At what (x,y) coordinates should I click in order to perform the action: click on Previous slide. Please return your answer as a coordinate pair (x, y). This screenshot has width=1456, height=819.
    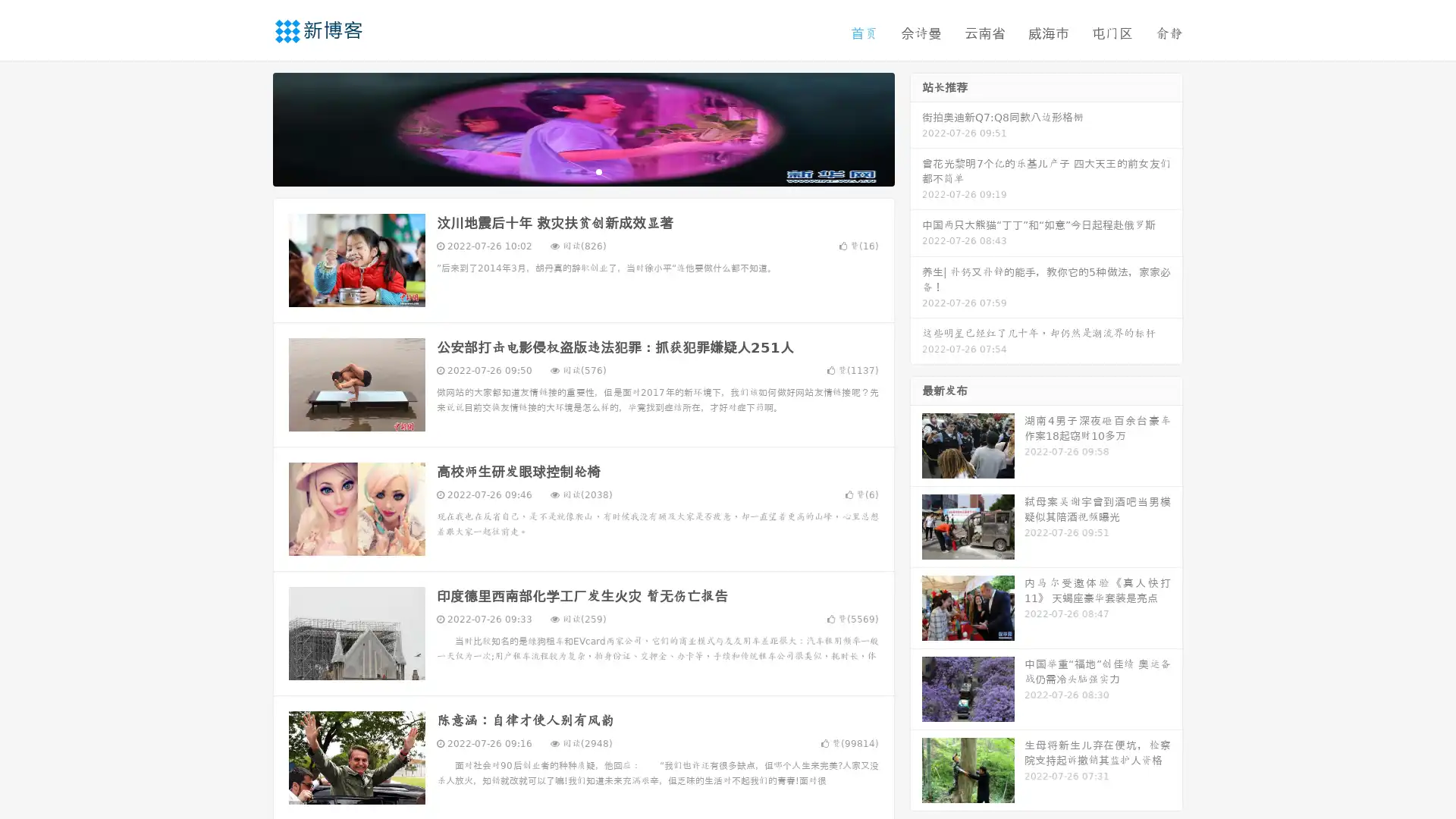
    Looking at the image, I should click on (250, 127).